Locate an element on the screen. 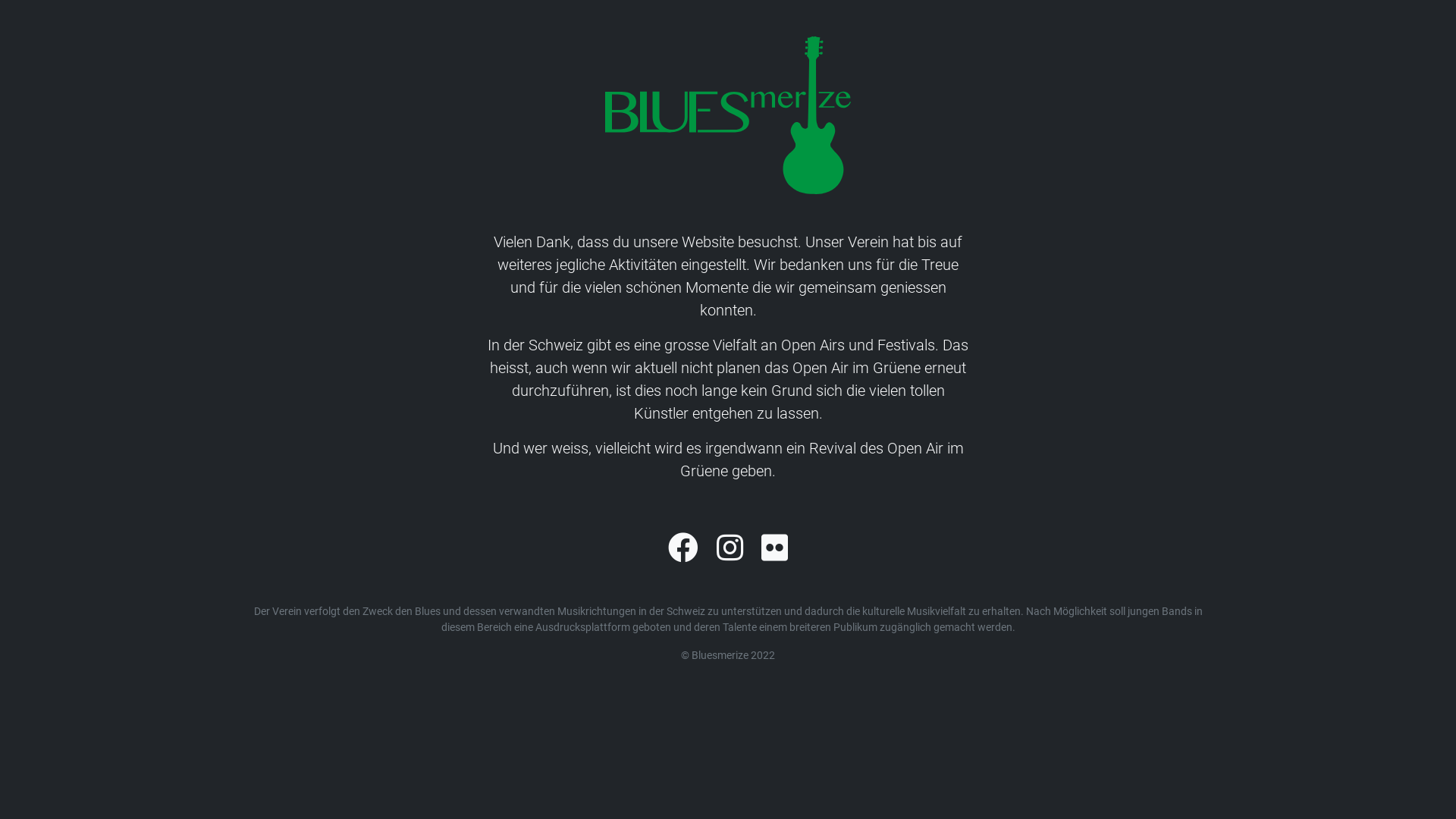 This screenshot has width=1456, height=819. 'Flickr' is located at coordinates (774, 549).